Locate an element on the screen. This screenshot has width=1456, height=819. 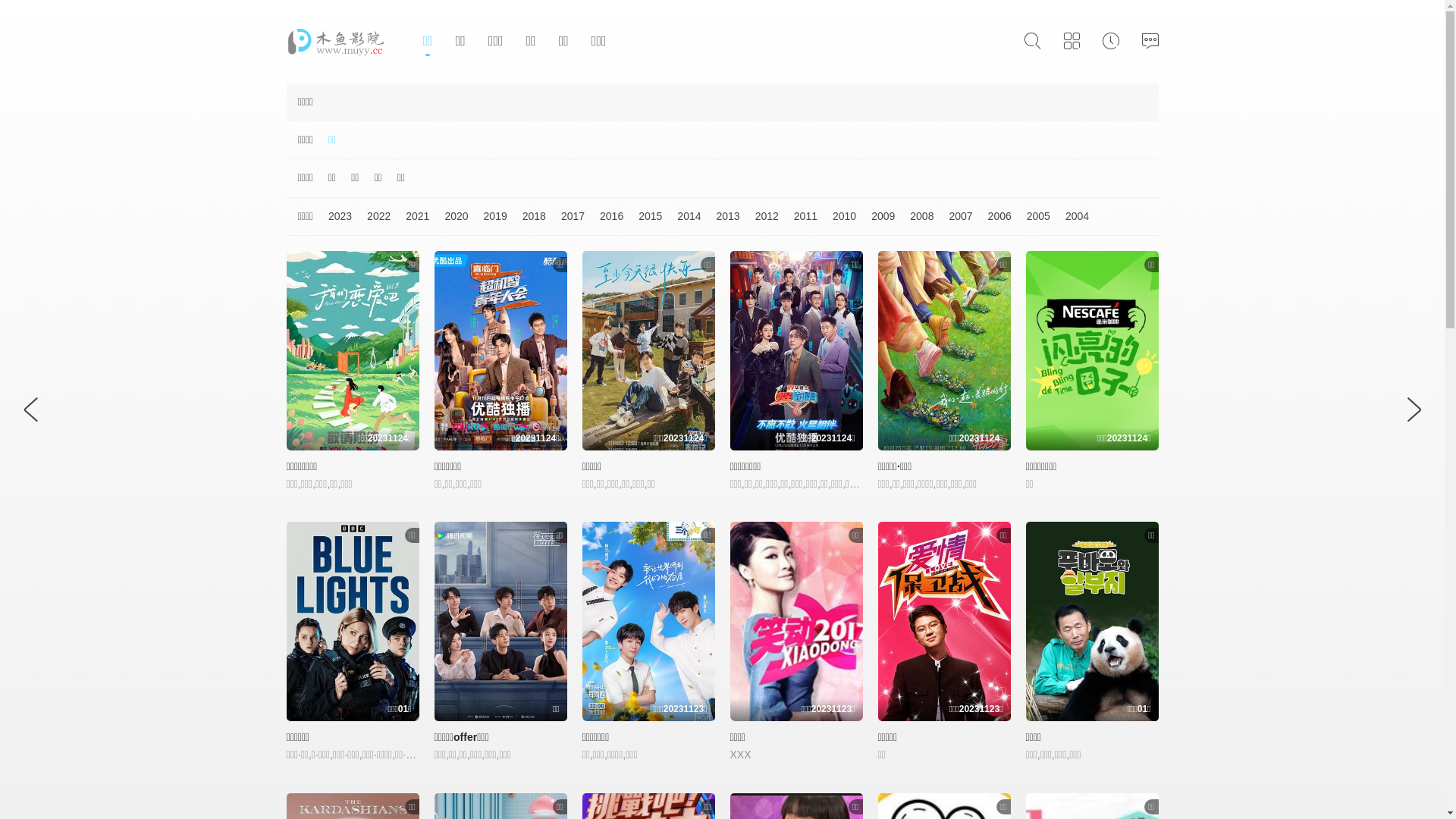
'2011' is located at coordinates (797, 216).